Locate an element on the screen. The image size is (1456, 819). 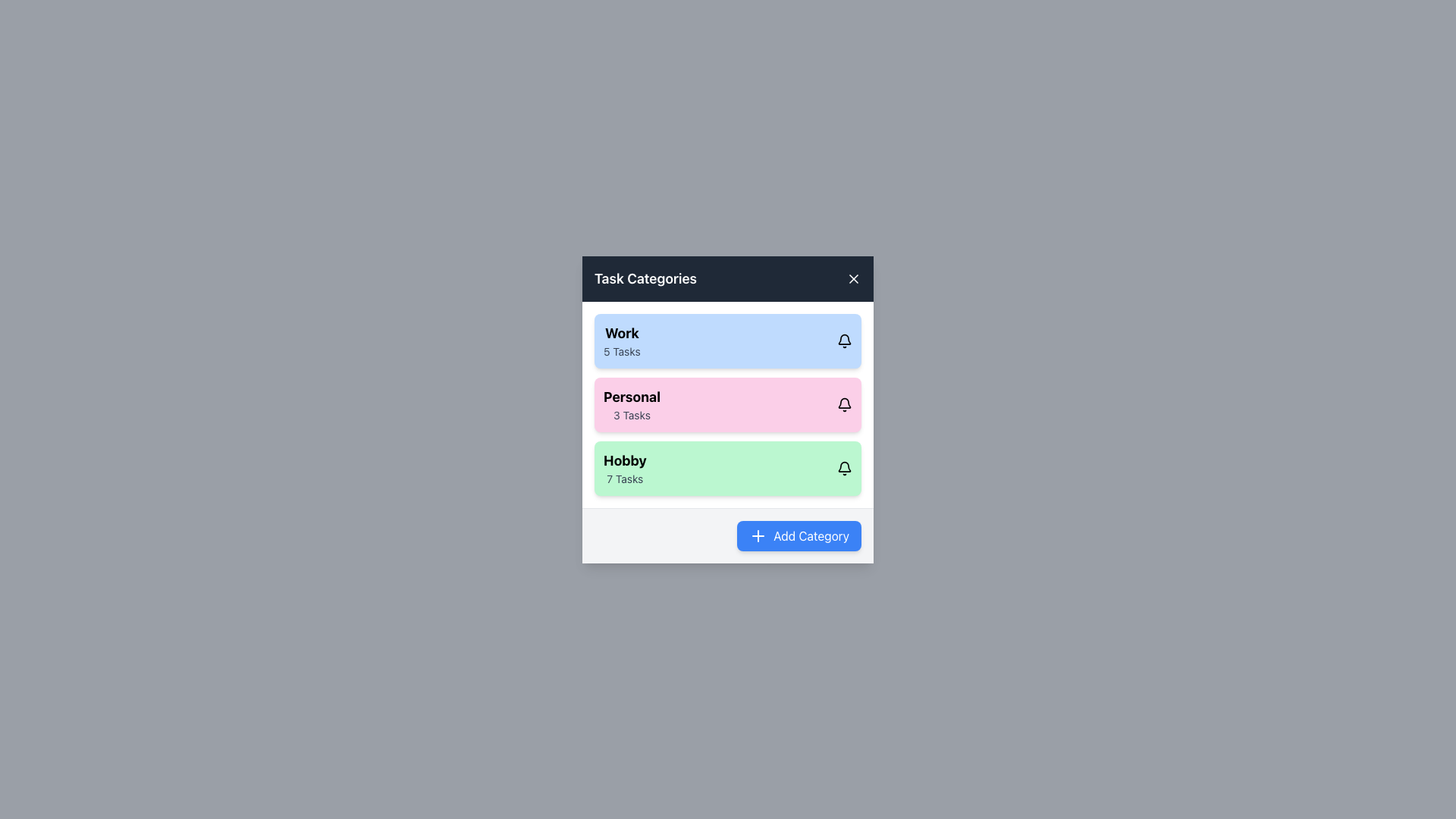
the text label displaying '3 Tasks' located below the 'Personal' text in the pink background section of the 'Task Categories' modal is located at coordinates (632, 415).